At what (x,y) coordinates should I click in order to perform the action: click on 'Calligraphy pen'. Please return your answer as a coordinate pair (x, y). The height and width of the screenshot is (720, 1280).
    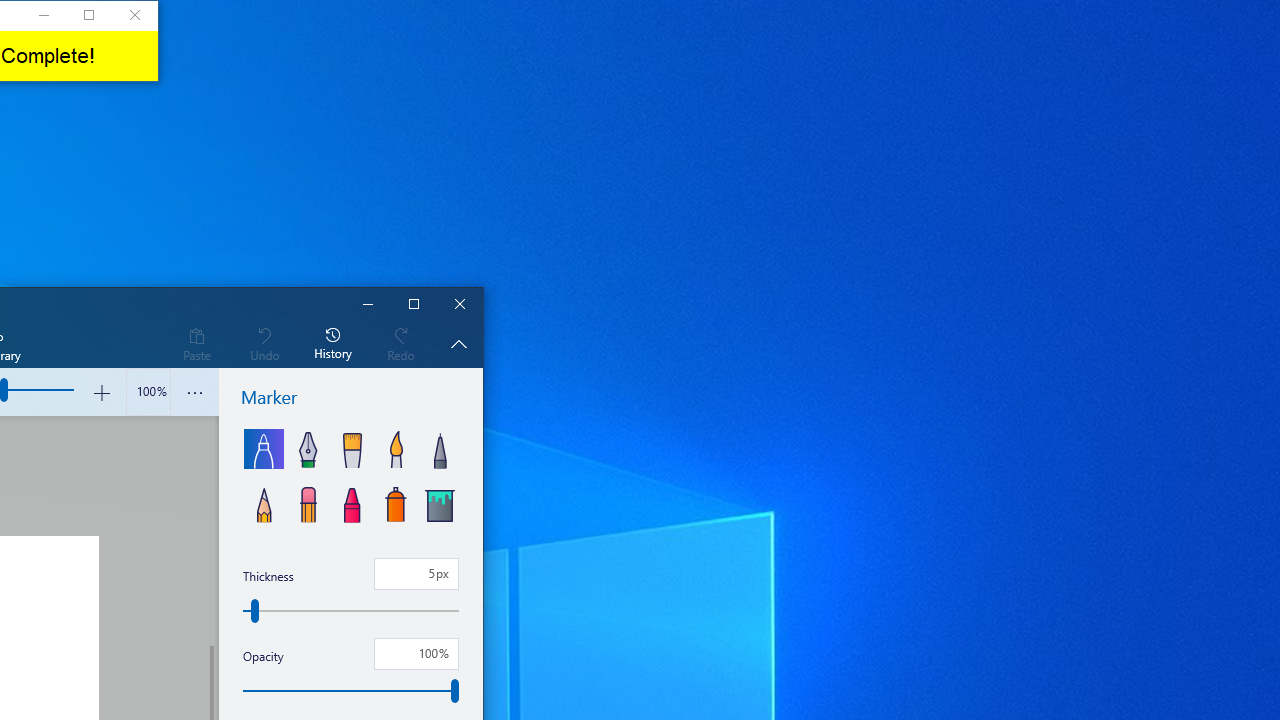
    Looking at the image, I should click on (306, 447).